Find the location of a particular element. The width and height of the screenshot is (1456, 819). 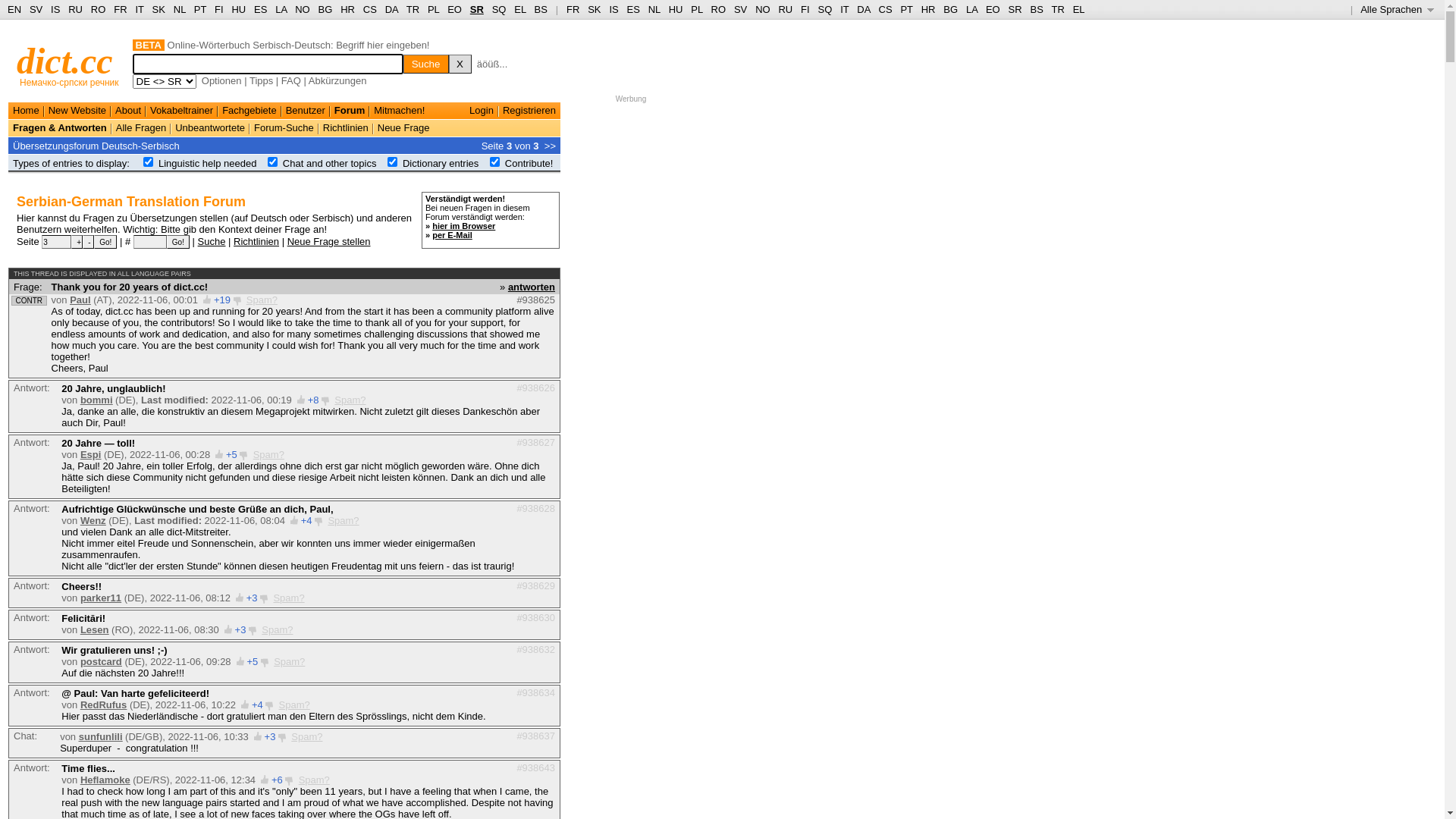

'FAQ' is located at coordinates (281, 80).